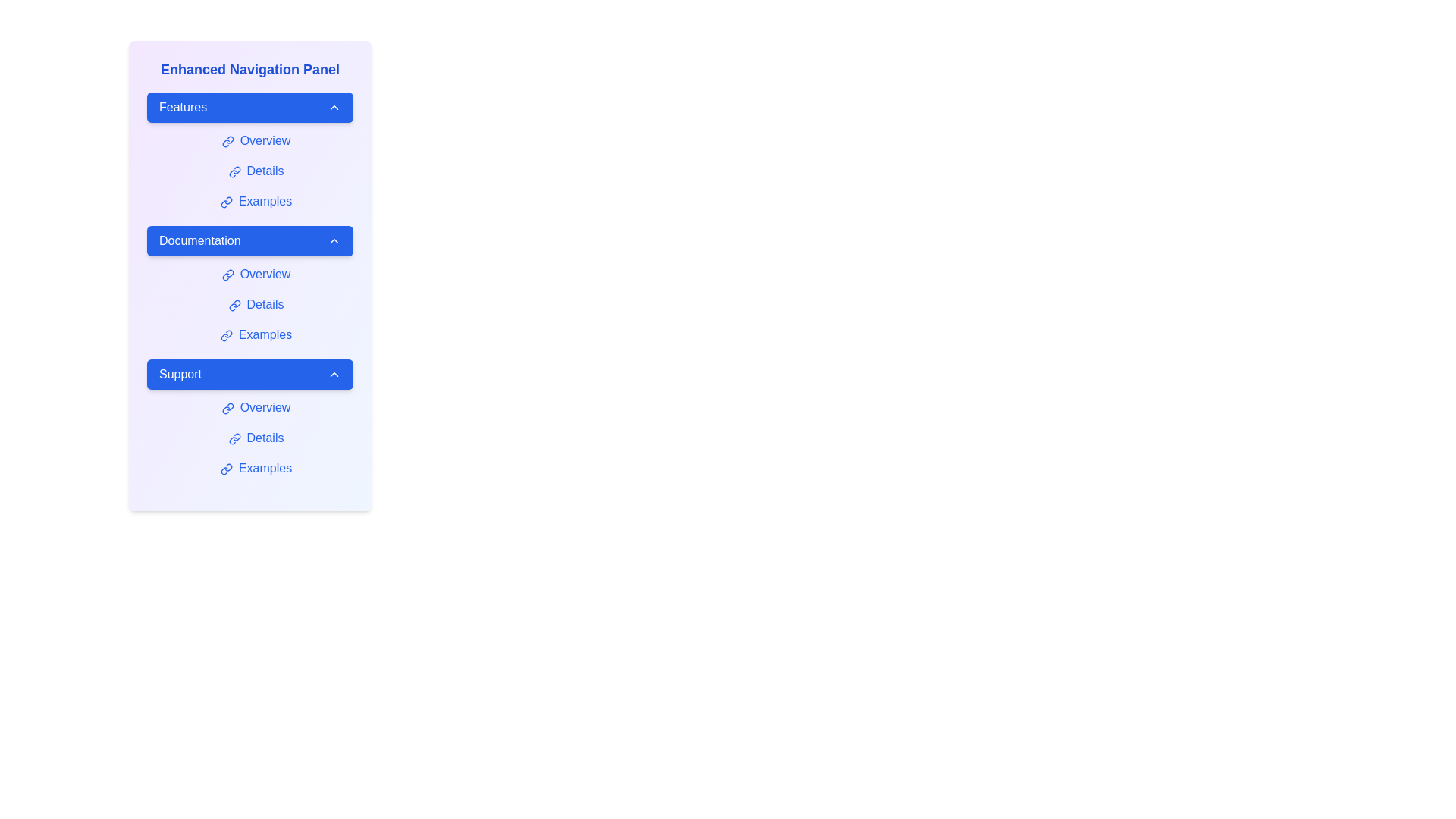 The image size is (1456, 819). I want to click on the small triangular upward arrow icon button, which is styled with a blue background and white stroke, located at the right edge of the 'Documentation' button, so click(334, 240).